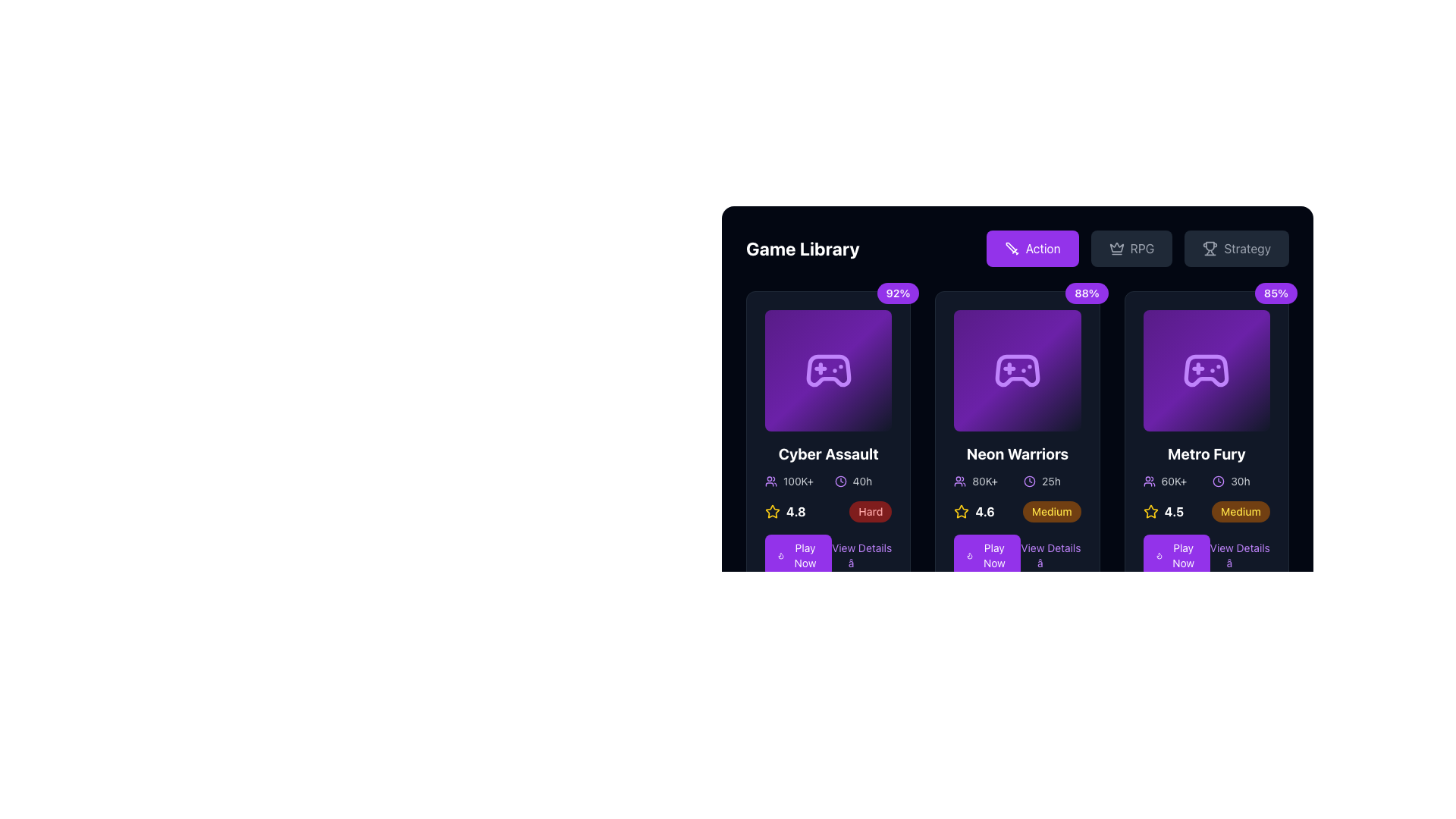 The width and height of the screenshot is (1456, 819). What do you see at coordinates (1030, 482) in the screenshot?
I see `the gameplay duration icon representing 25 hours, located in the middle part of the 'Neon Warriors' card, positioned to the right of the player count icon ('80K+') and slightly to the left of the text '25h'` at bounding box center [1030, 482].